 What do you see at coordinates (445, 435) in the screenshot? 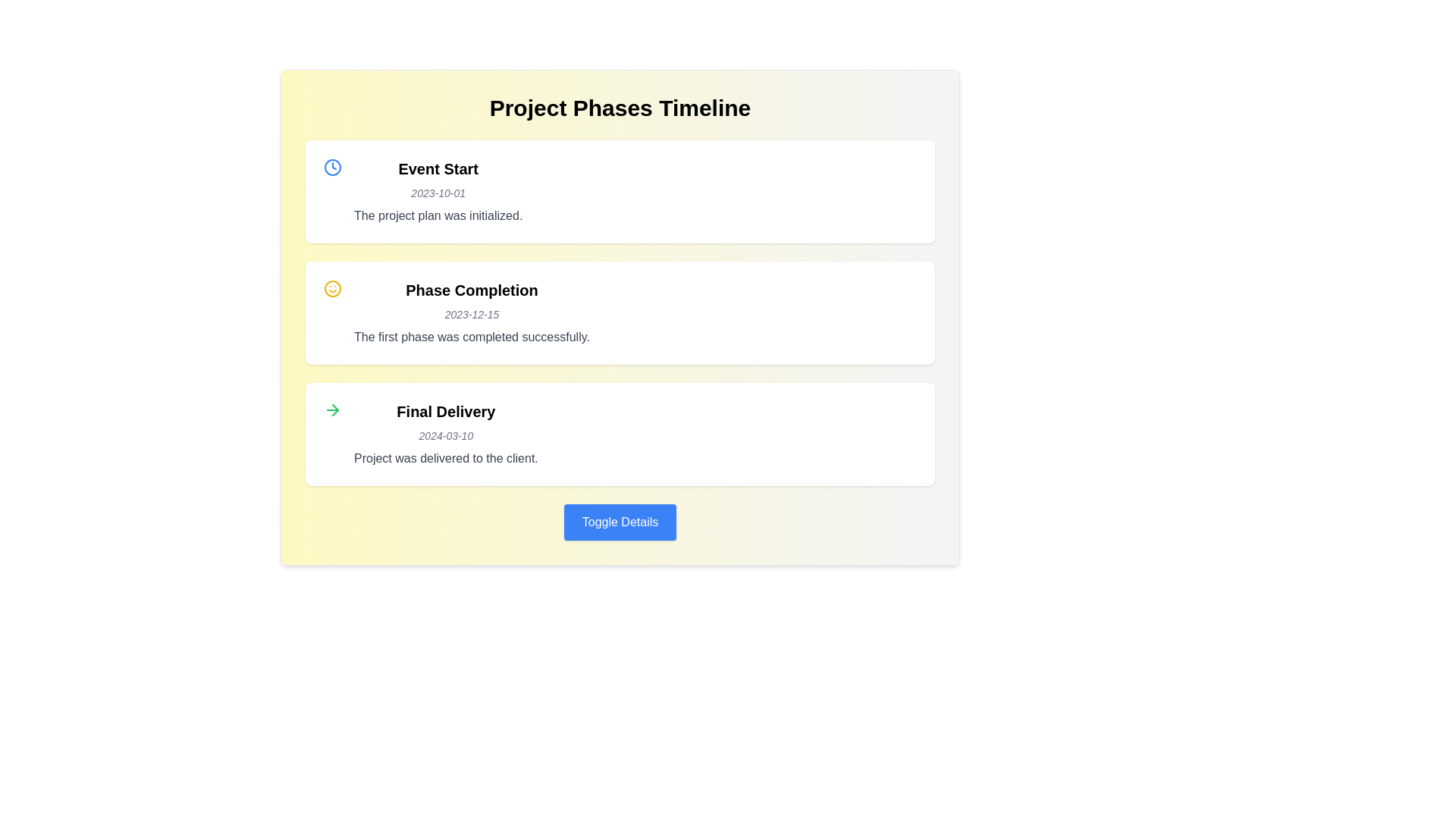
I see `the Information Block displaying the project delivery milestone with the header 'Final Delivery', which includes the date '2024-03-10' and the description 'Project was delivered to the client.'` at bounding box center [445, 435].